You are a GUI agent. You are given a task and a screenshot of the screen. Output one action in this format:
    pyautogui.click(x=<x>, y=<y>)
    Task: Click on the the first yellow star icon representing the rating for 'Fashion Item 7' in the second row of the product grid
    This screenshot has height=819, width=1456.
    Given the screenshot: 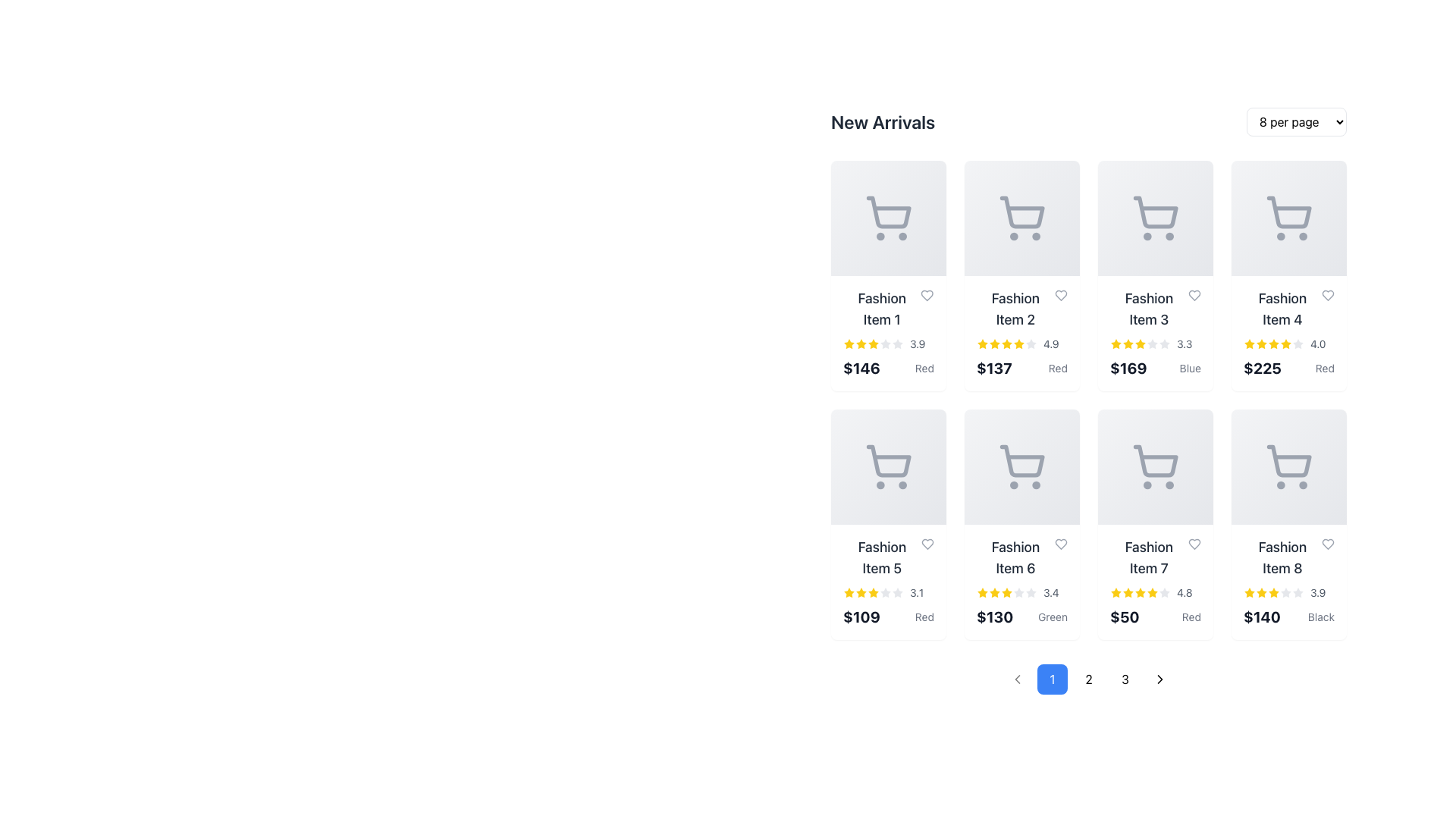 What is the action you would take?
    pyautogui.click(x=1116, y=592)
    